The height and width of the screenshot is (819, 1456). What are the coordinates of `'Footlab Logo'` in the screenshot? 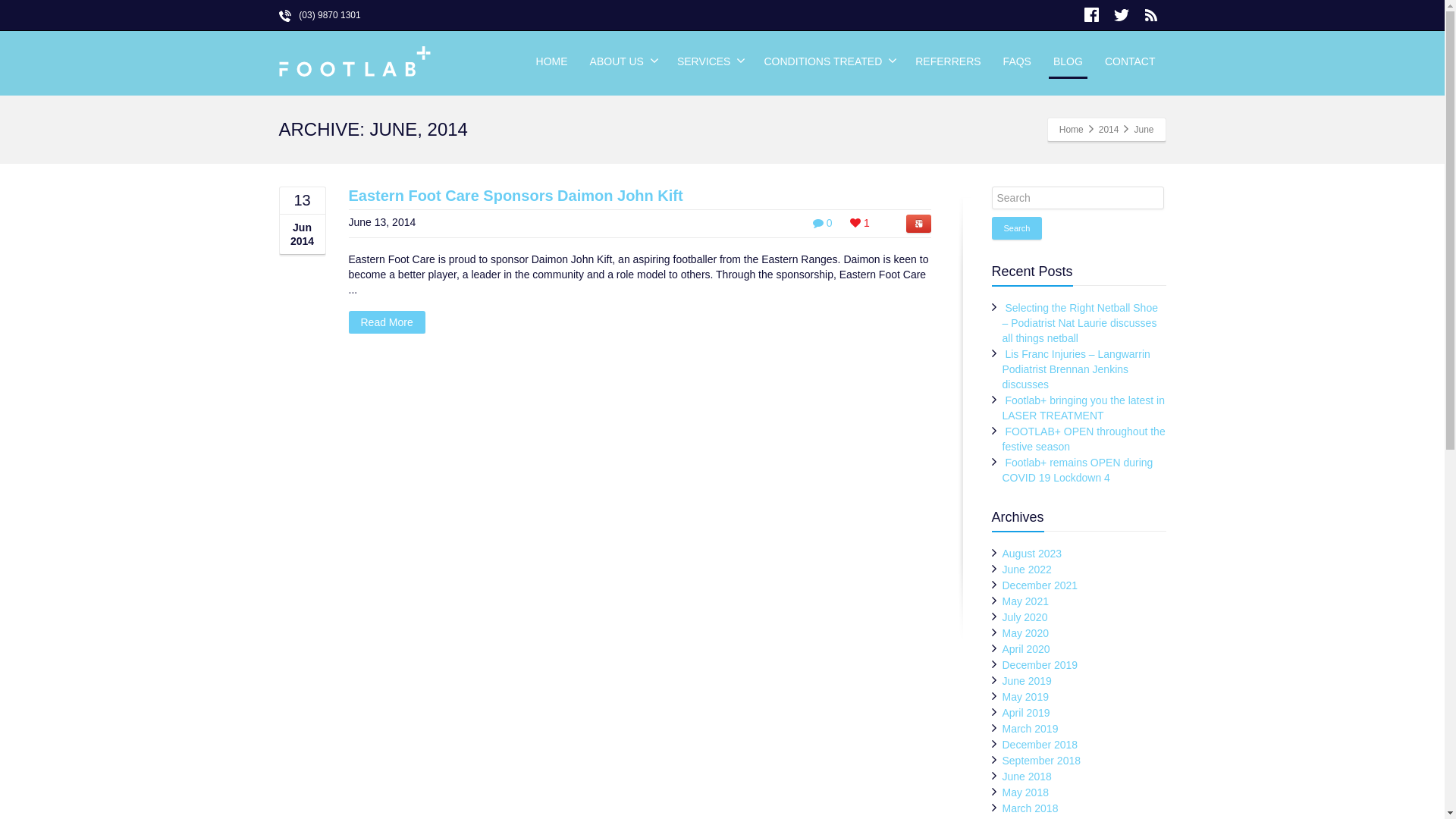 It's located at (354, 62).